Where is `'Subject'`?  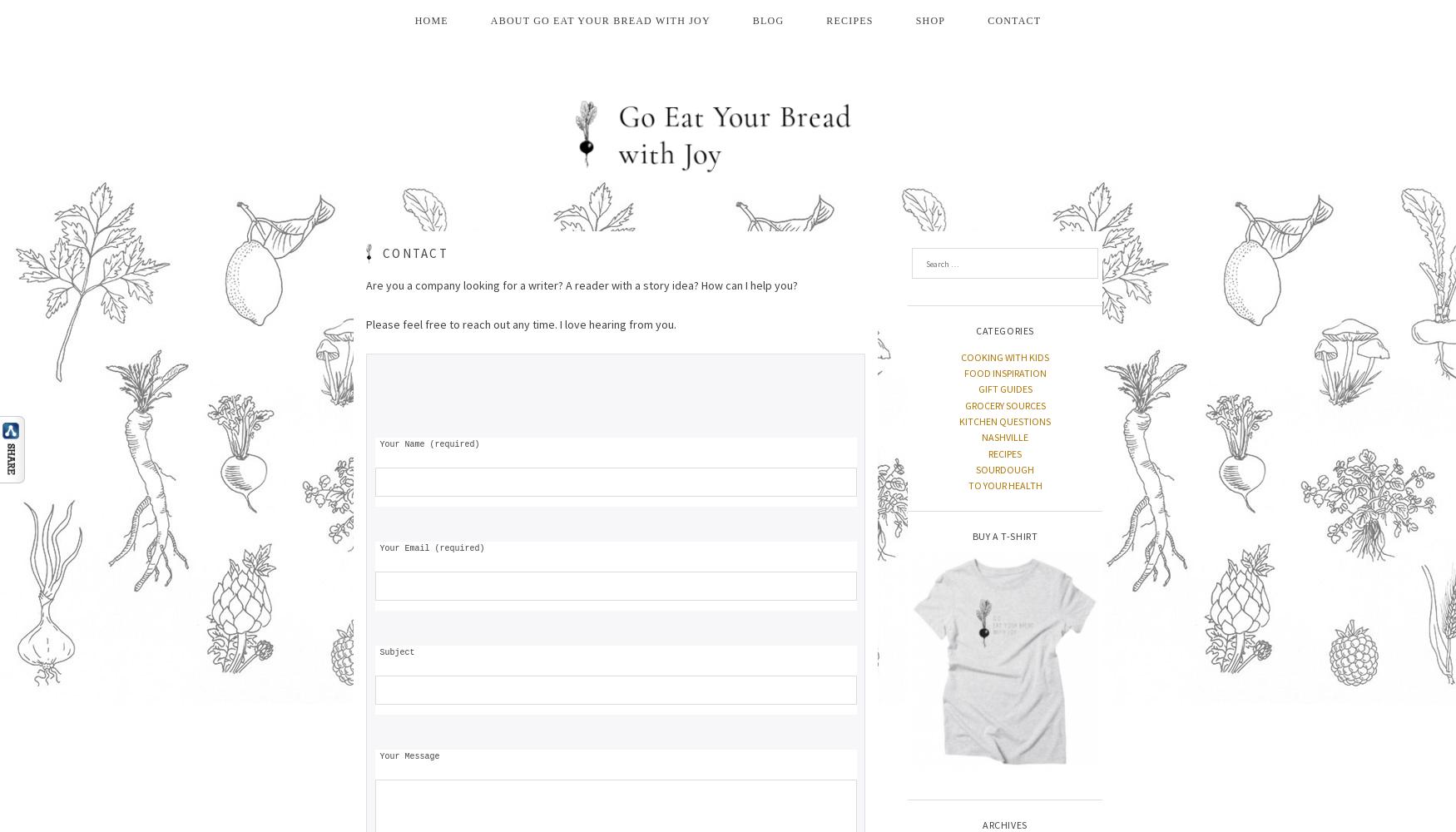
'Subject' is located at coordinates (394, 651).